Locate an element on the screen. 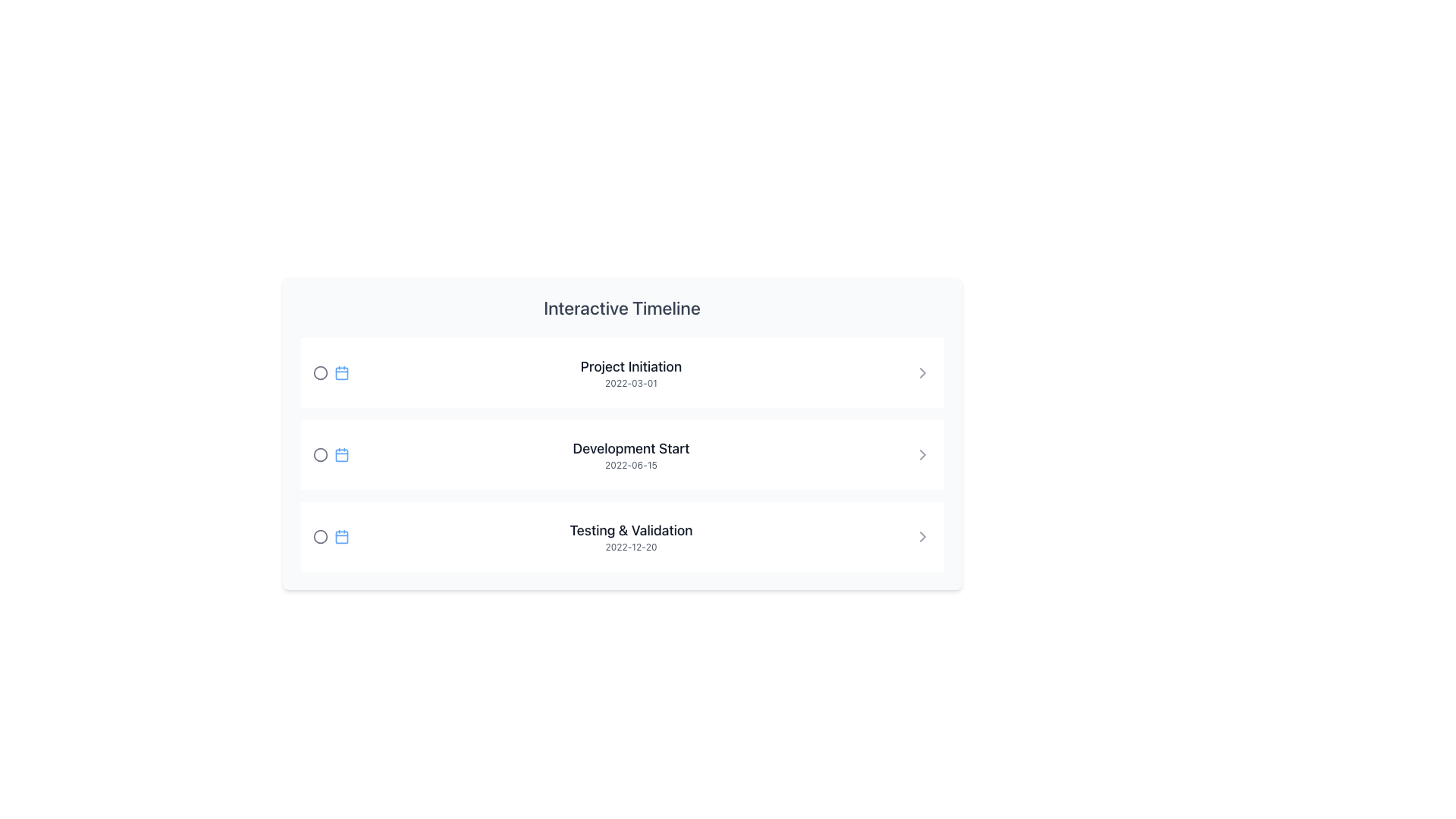 The height and width of the screenshot is (819, 1456). the icon pair located in the third row of the 'Interactive Timeline' section, near the text 'Testing & Validation' and its associated date is located at coordinates (330, 536).